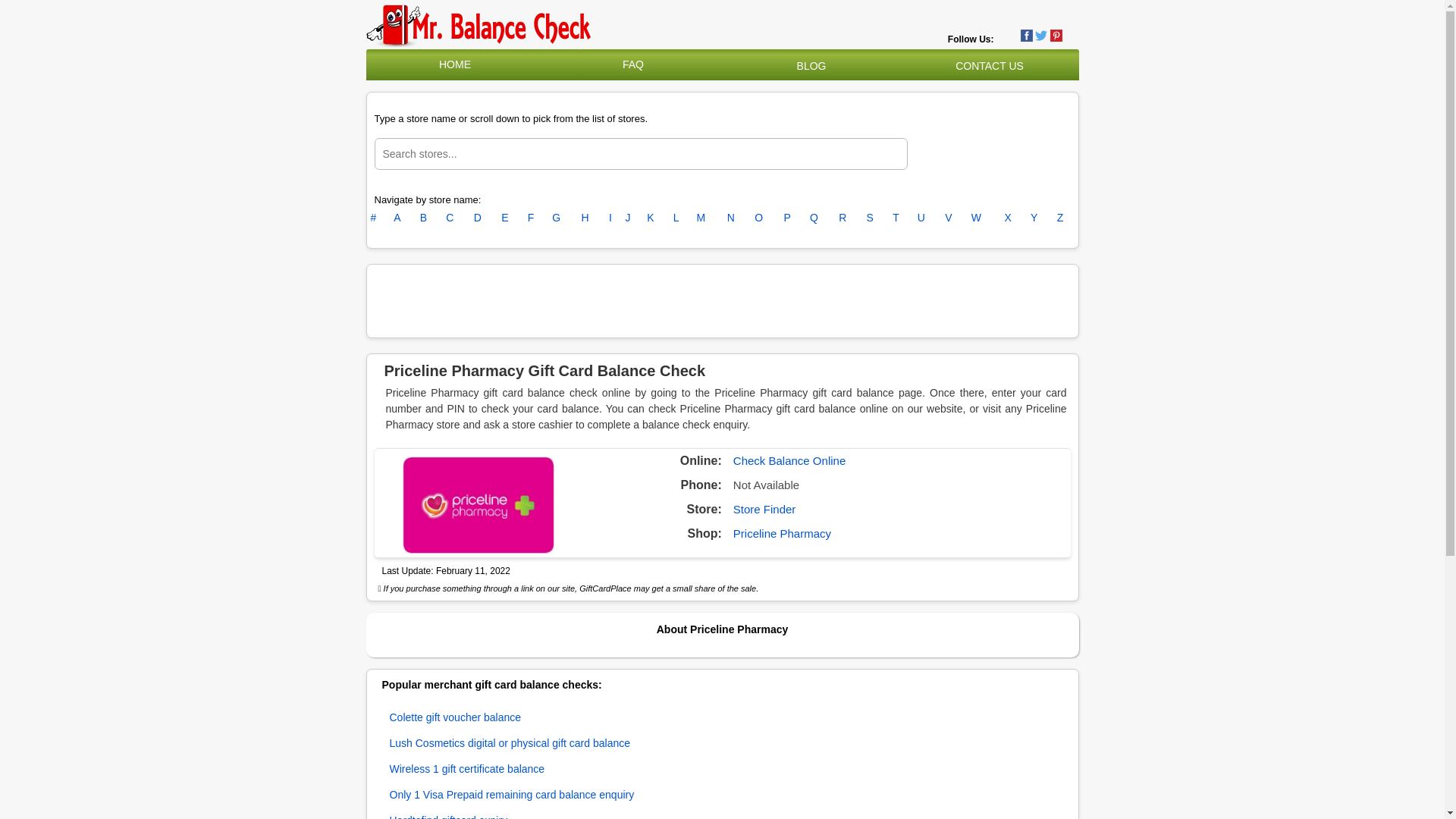  Describe the element at coordinates (510, 742) in the screenshot. I see `'Lush Cosmetics digital or physical gift card balance'` at that location.